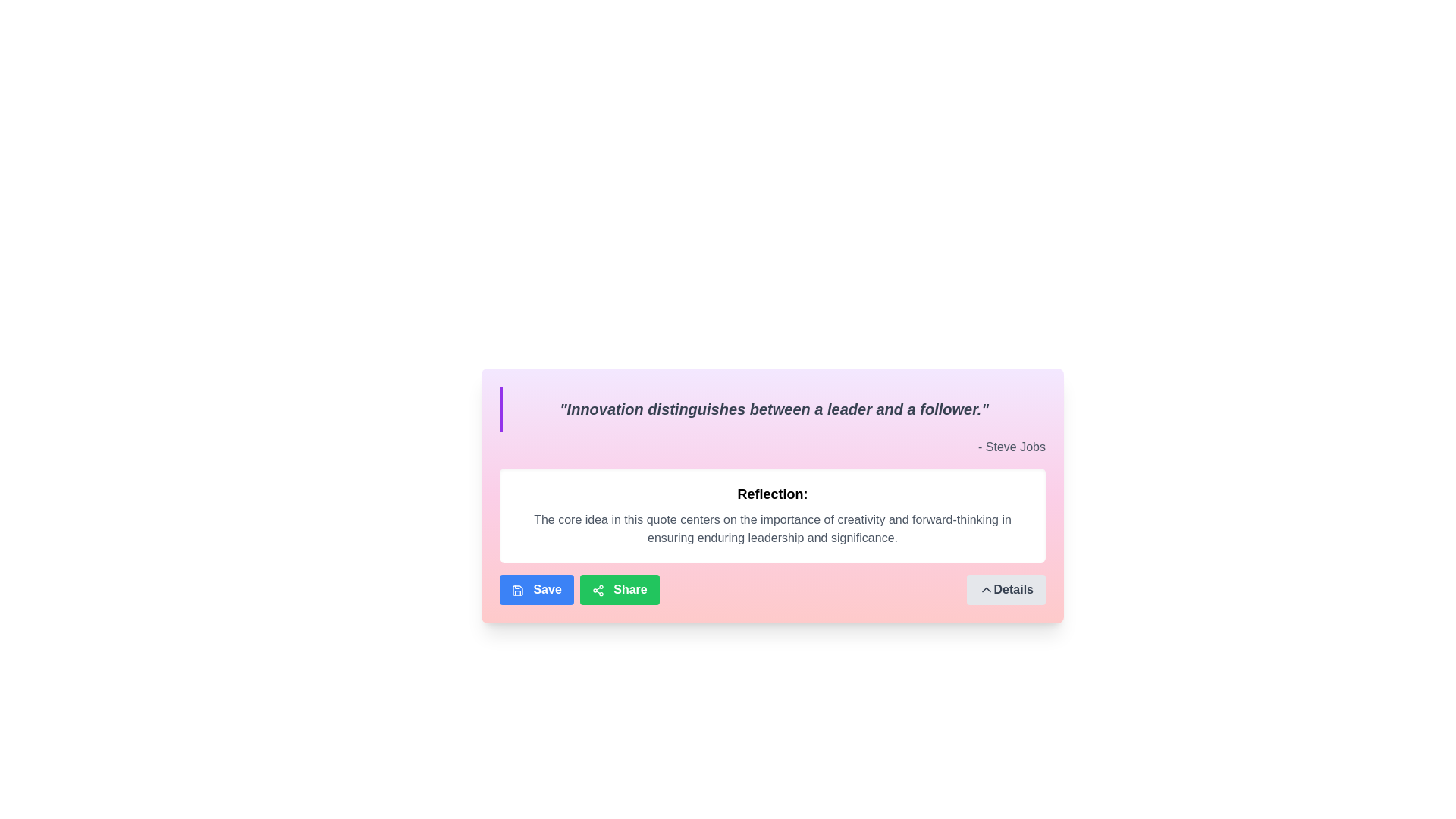  What do you see at coordinates (517, 589) in the screenshot?
I see `the save icon, which is a minimalist diskette styled button with a blue background and white text labeled 'Save', located at the bottom left of the visible card` at bounding box center [517, 589].